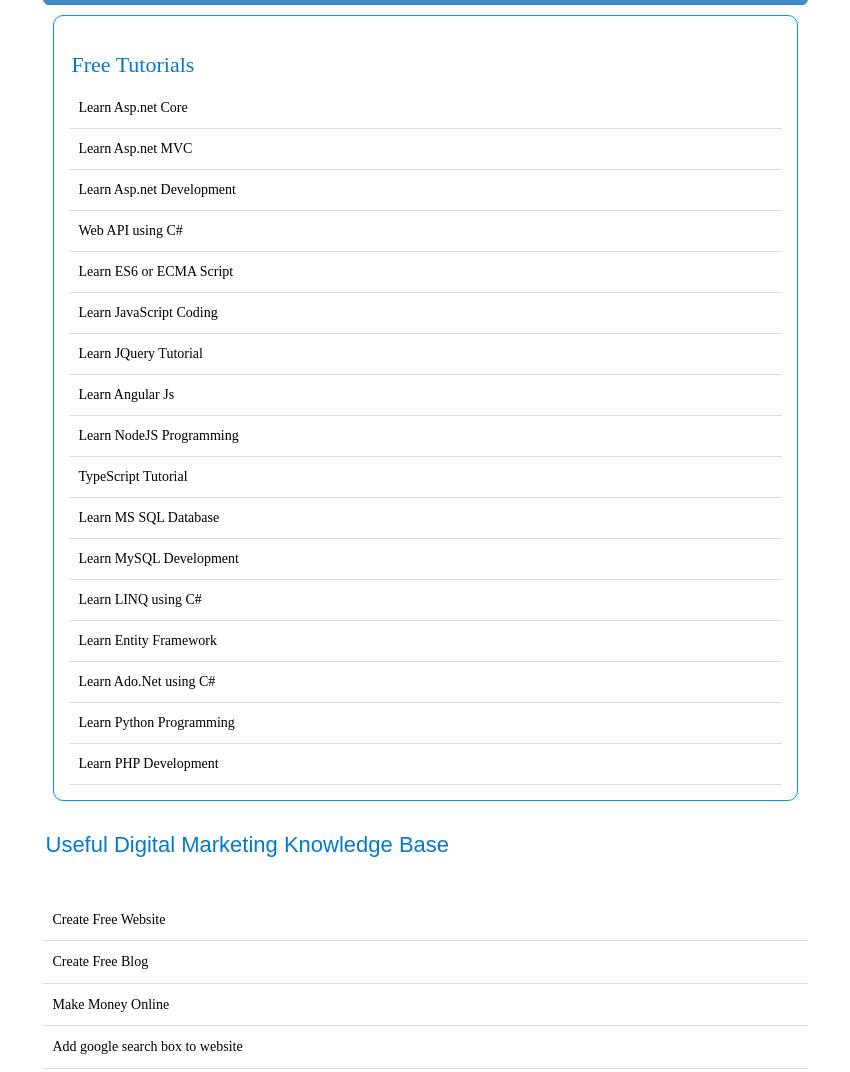  I want to click on 'Useful Digital Marketing Knowledge Base', so click(247, 843).